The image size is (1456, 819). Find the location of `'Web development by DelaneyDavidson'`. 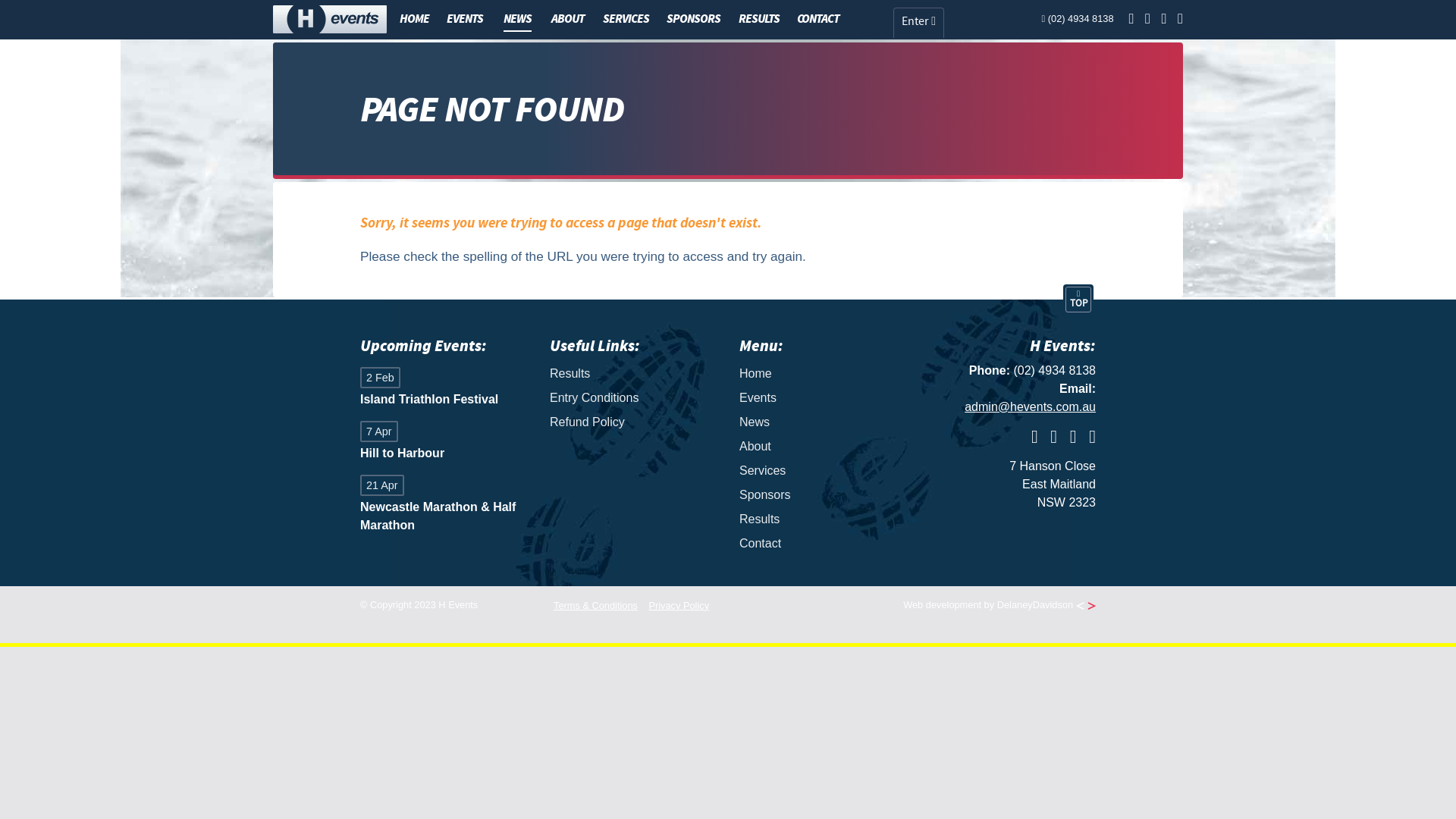

'Web development by DelaneyDavidson' is located at coordinates (902, 604).